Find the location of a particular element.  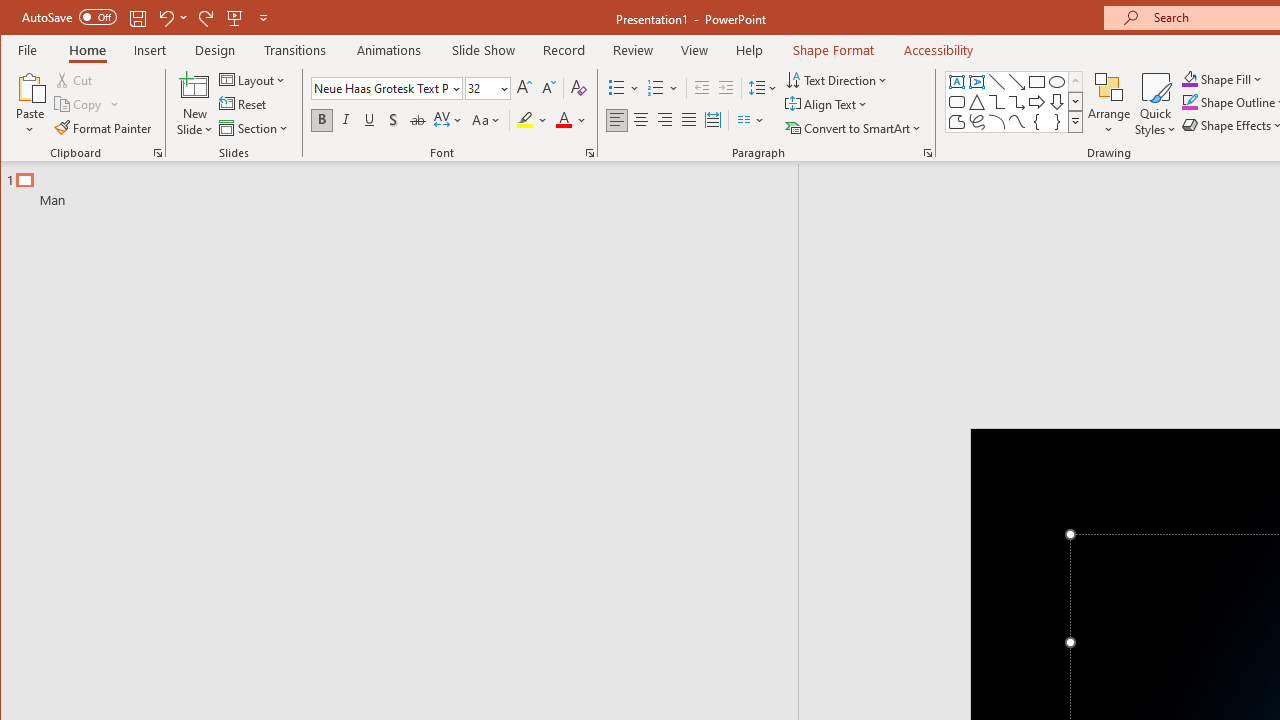

'Increase Indent' is located at coordinates (725, 87).